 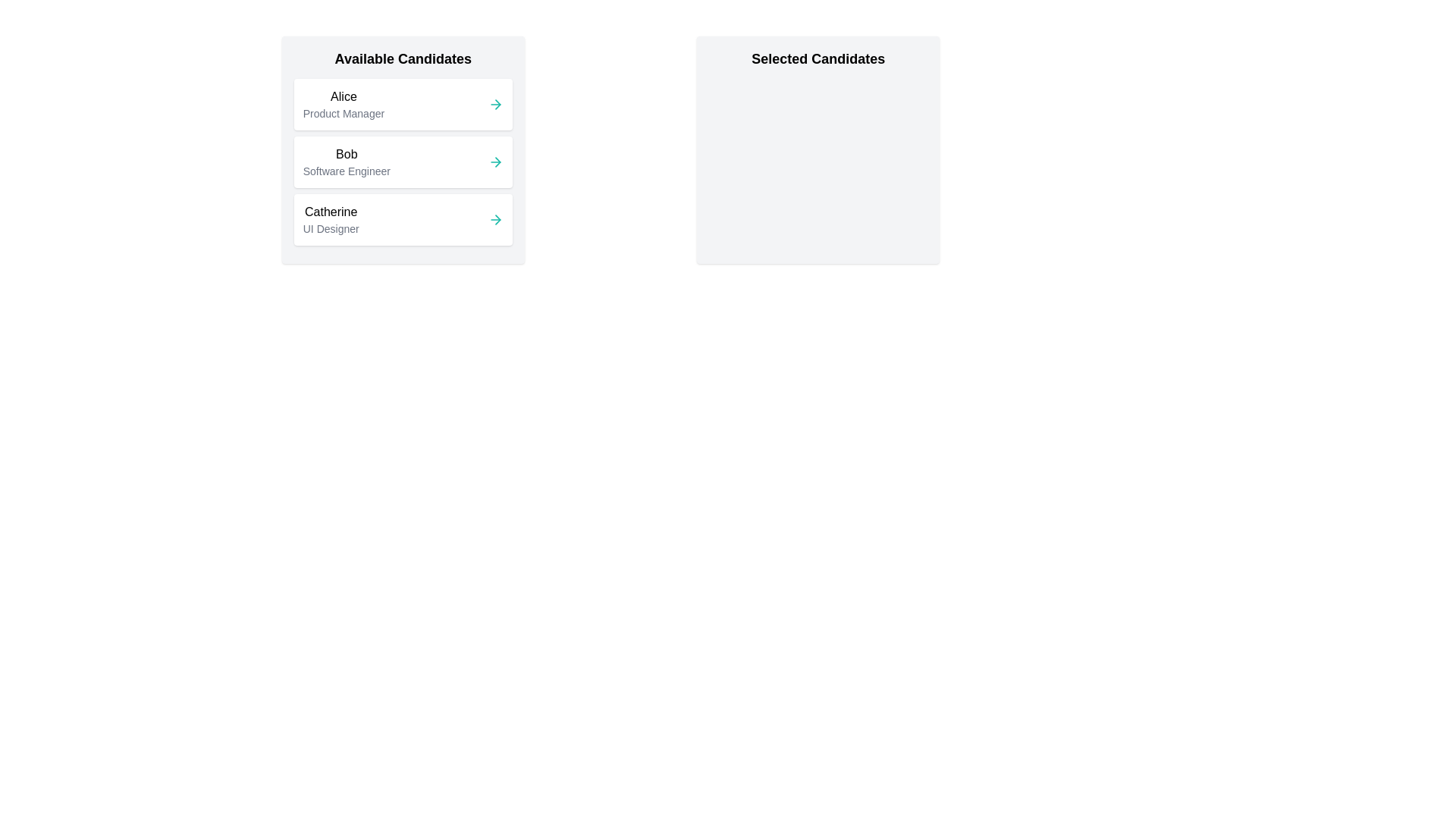 I want to click on right arrow button next to the candidate Catherine to select them, so click(x=495, y=219).